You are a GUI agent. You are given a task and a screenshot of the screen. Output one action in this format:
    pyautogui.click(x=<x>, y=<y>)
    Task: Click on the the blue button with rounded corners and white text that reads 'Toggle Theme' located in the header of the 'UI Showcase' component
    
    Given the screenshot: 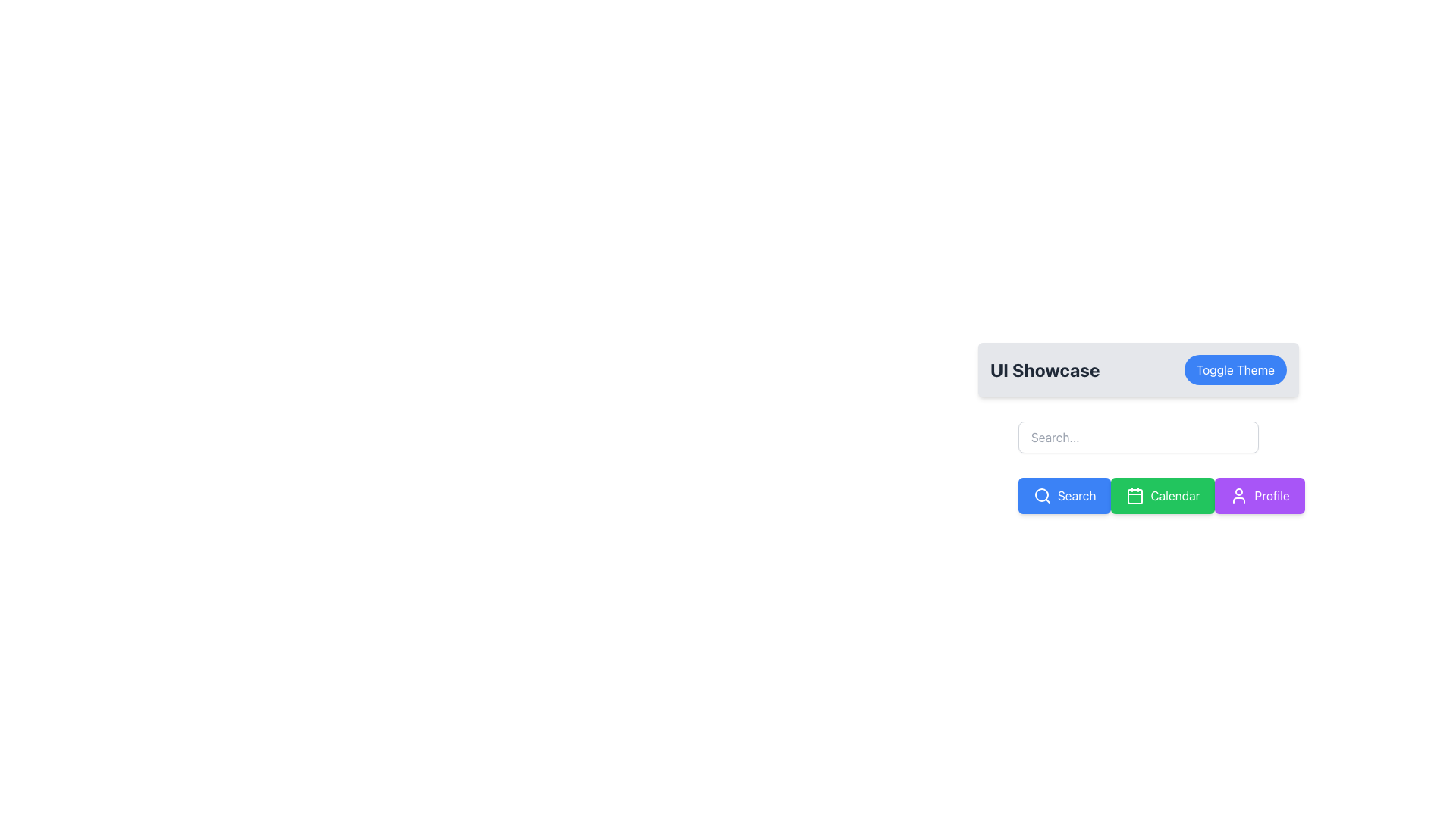 What is the action you would take?
    pyautogui.click(x=1235, y=370)
    